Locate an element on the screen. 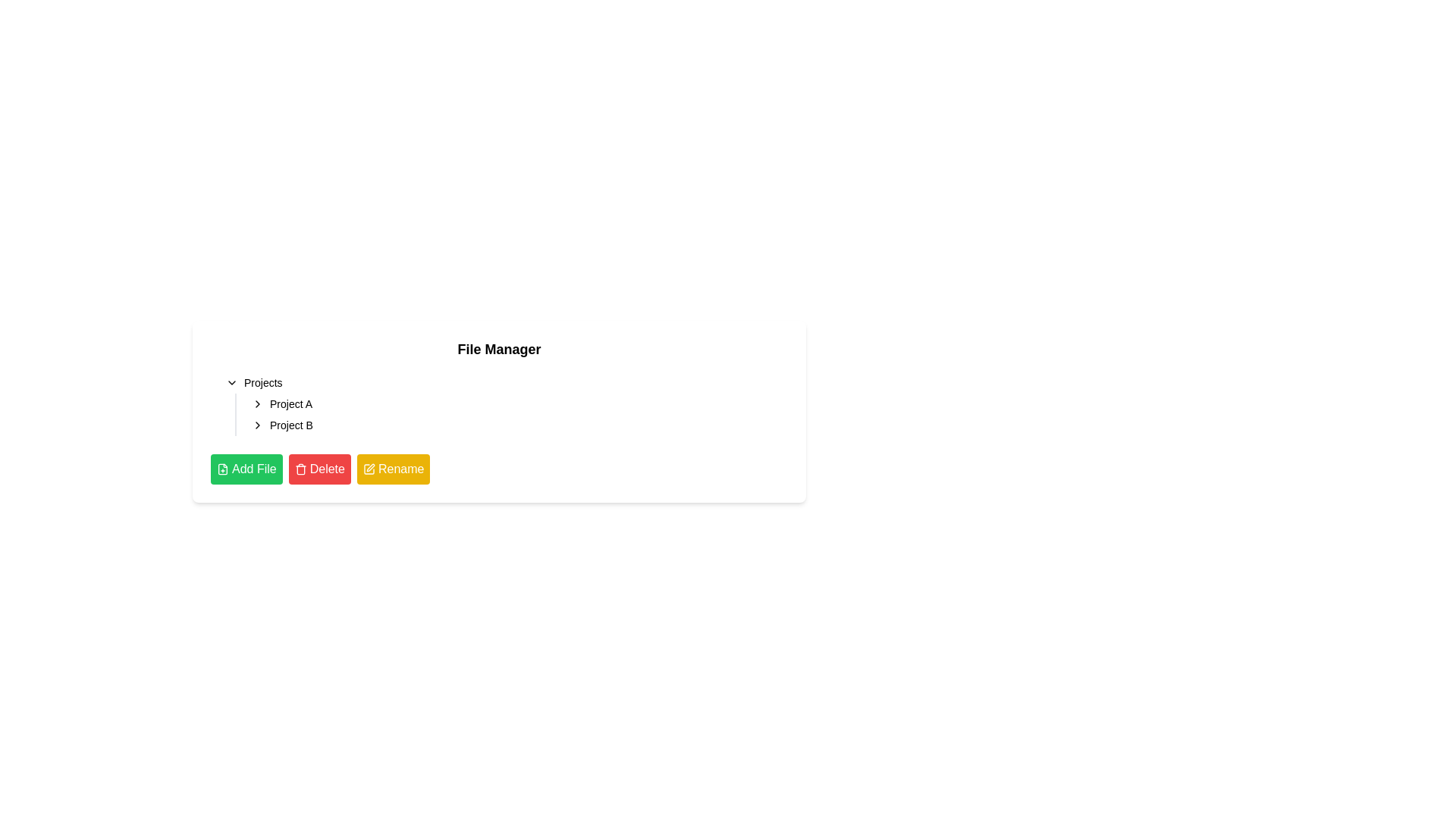 The image size is (1456, 819). the text label displaying 'Project B' for additional information is located at coordinates (291, 425).